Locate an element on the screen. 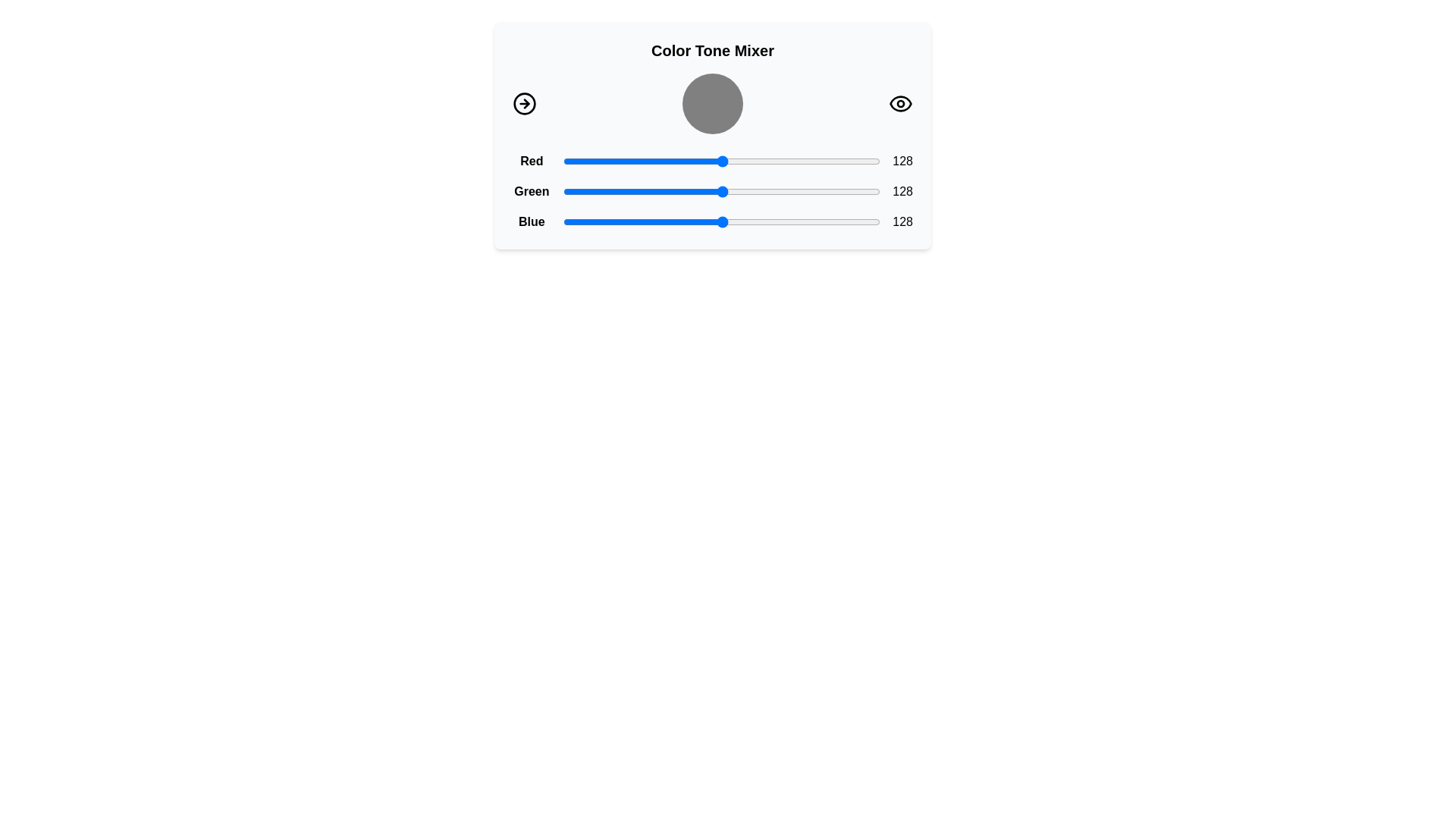 The height and width of the screenshot is (819, 1456). the green color intensity is located at coordinates (877, 191).